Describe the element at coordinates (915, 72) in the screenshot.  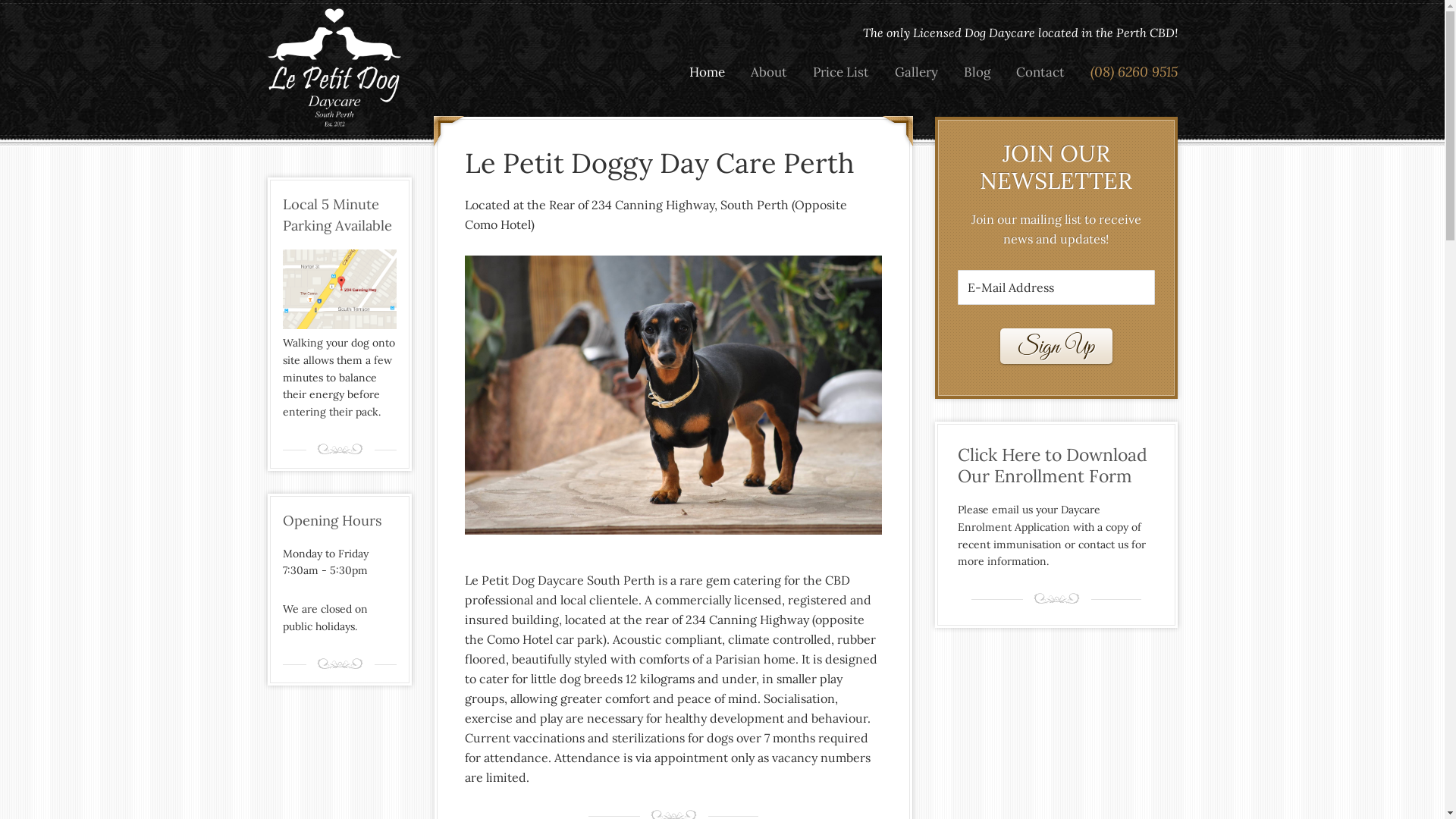
I see `'Gallery'` at that location.